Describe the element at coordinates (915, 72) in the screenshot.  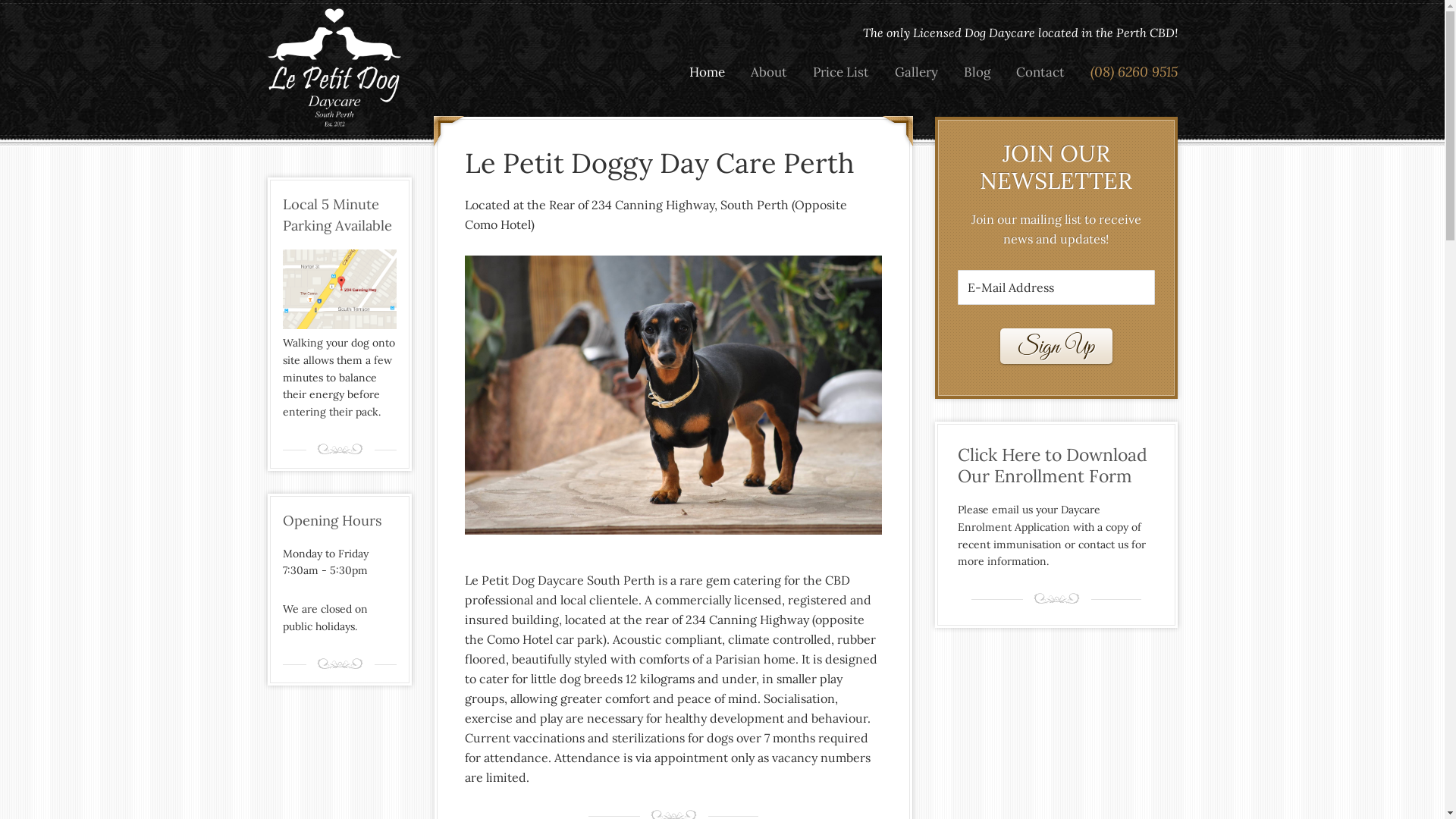
I see `'Gallery'` at that location.